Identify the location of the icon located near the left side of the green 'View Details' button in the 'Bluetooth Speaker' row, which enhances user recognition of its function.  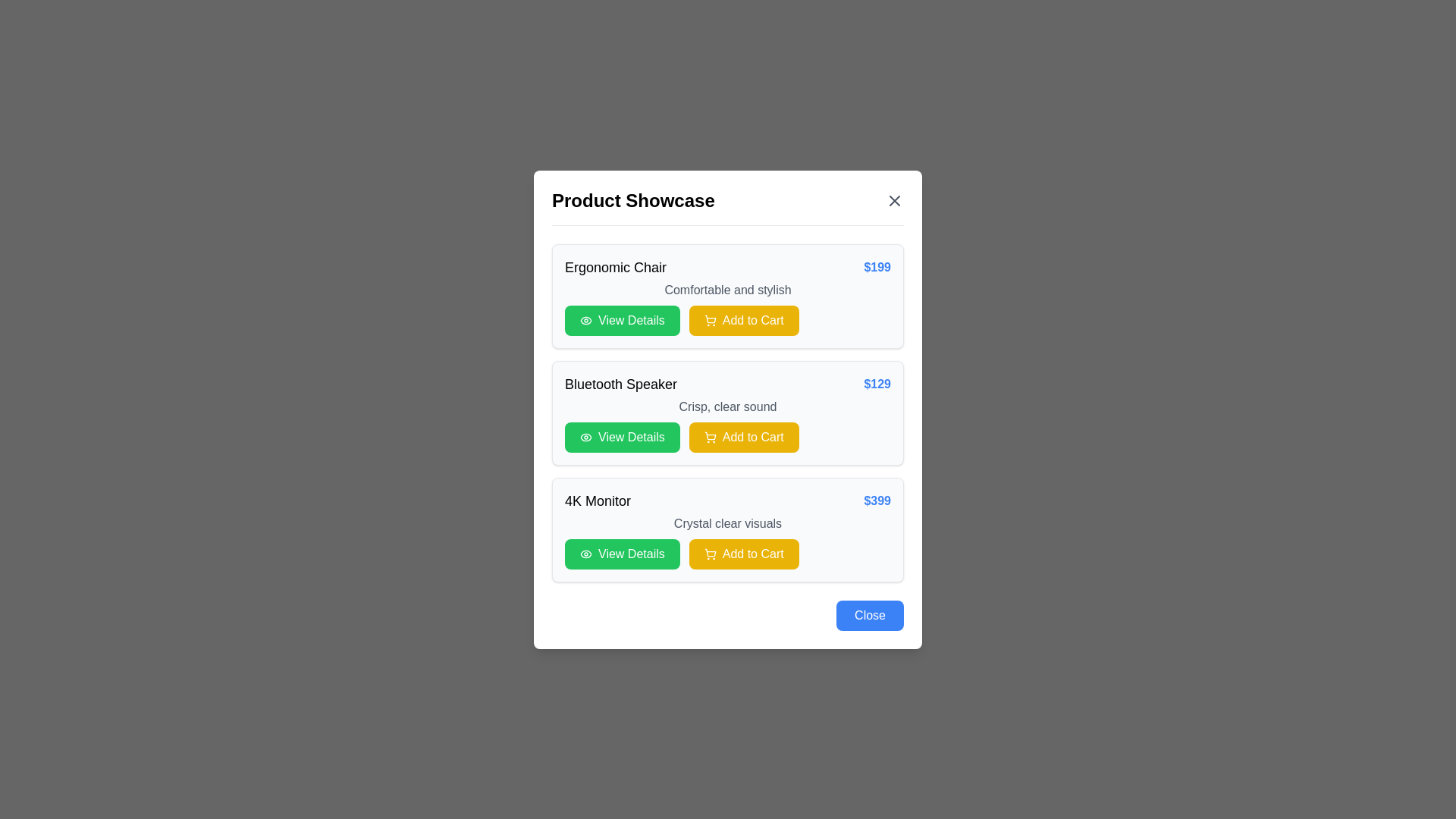
(585, 437).